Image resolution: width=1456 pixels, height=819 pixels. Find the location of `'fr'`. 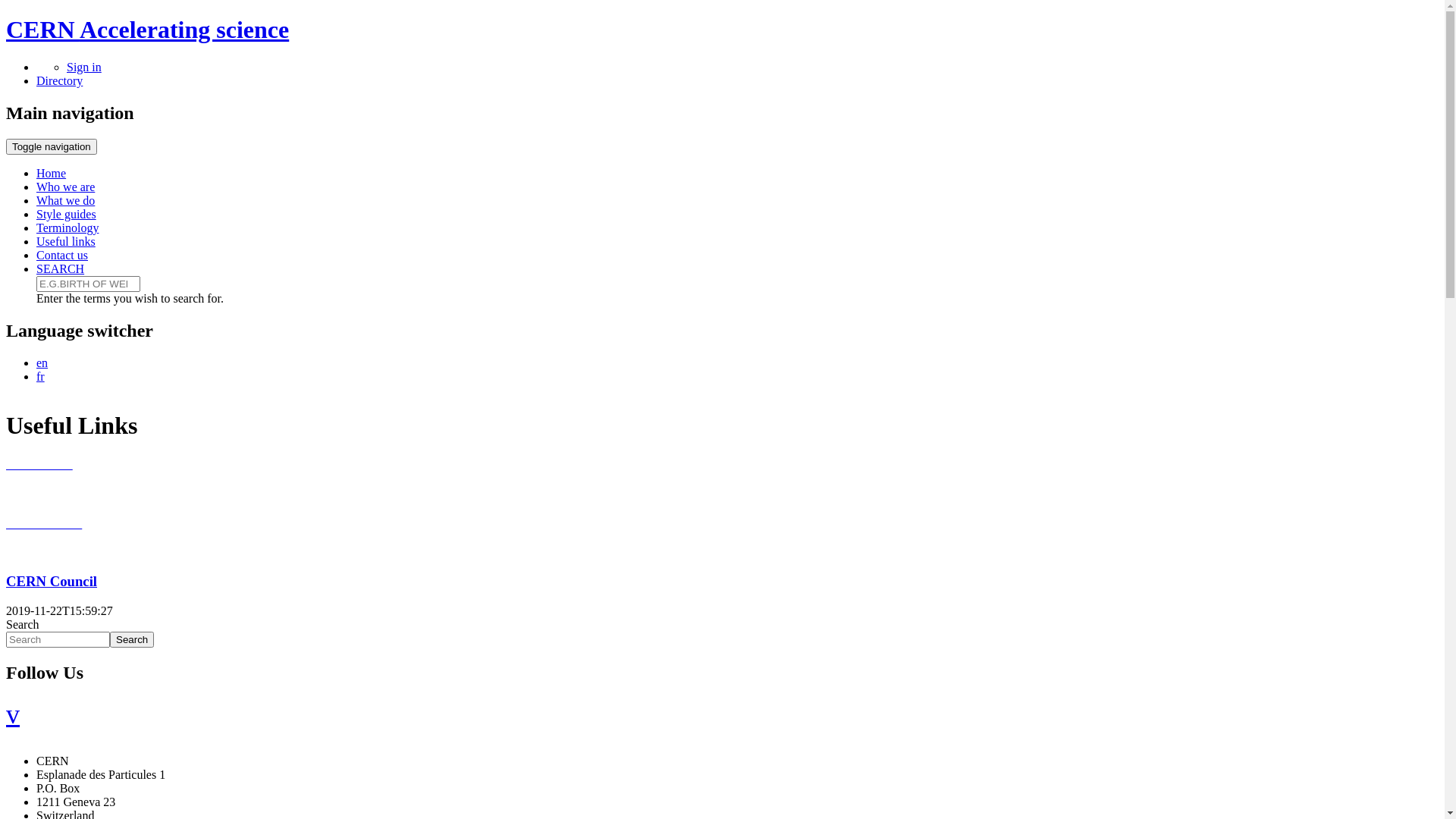

'fr' is located at coordinates (40, 375).